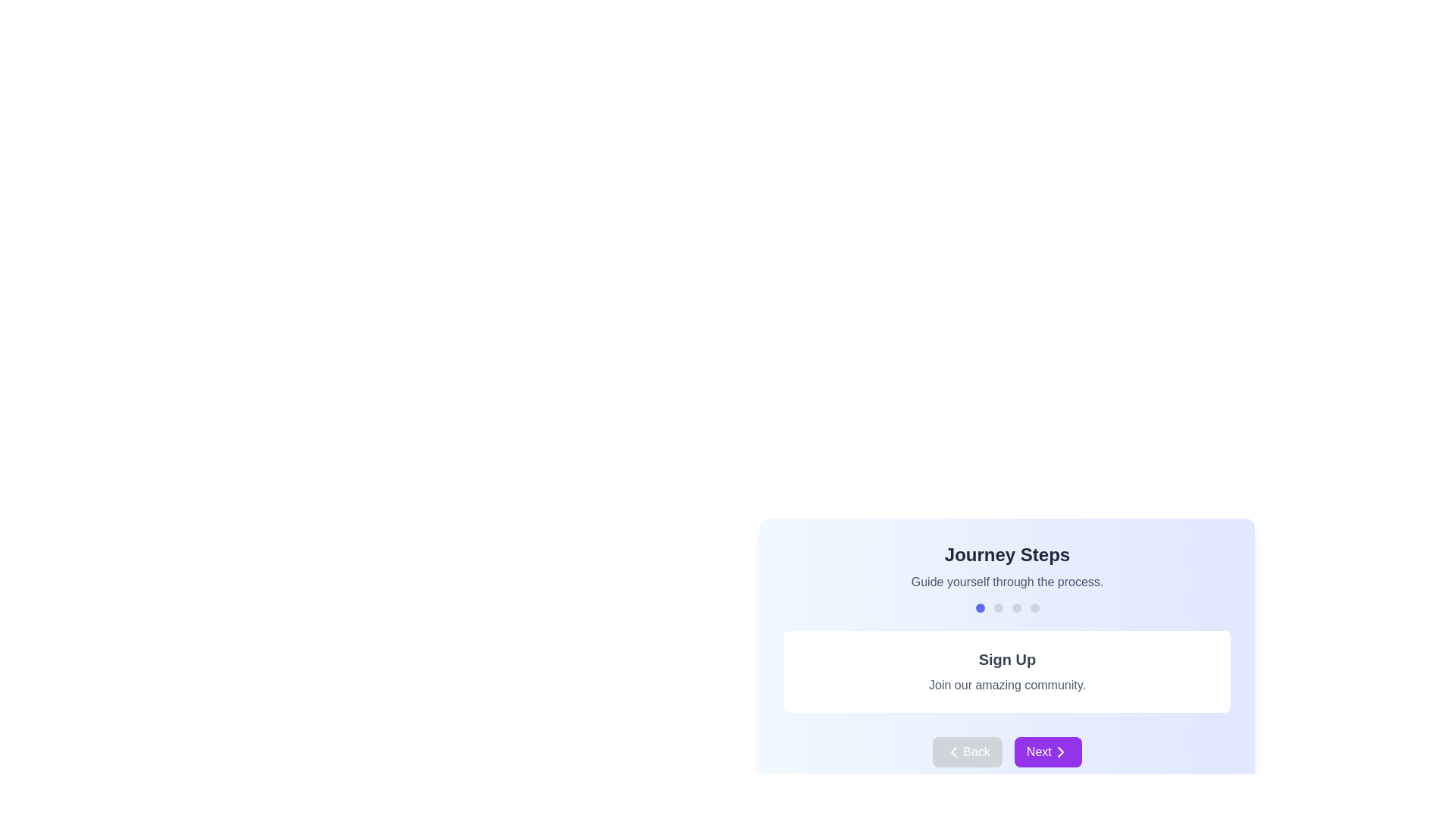  I want to click on the welcoming message text that encourages users to join the community, located beneath the 'Sign Up' text within a centered white card, so click(1007, 685).